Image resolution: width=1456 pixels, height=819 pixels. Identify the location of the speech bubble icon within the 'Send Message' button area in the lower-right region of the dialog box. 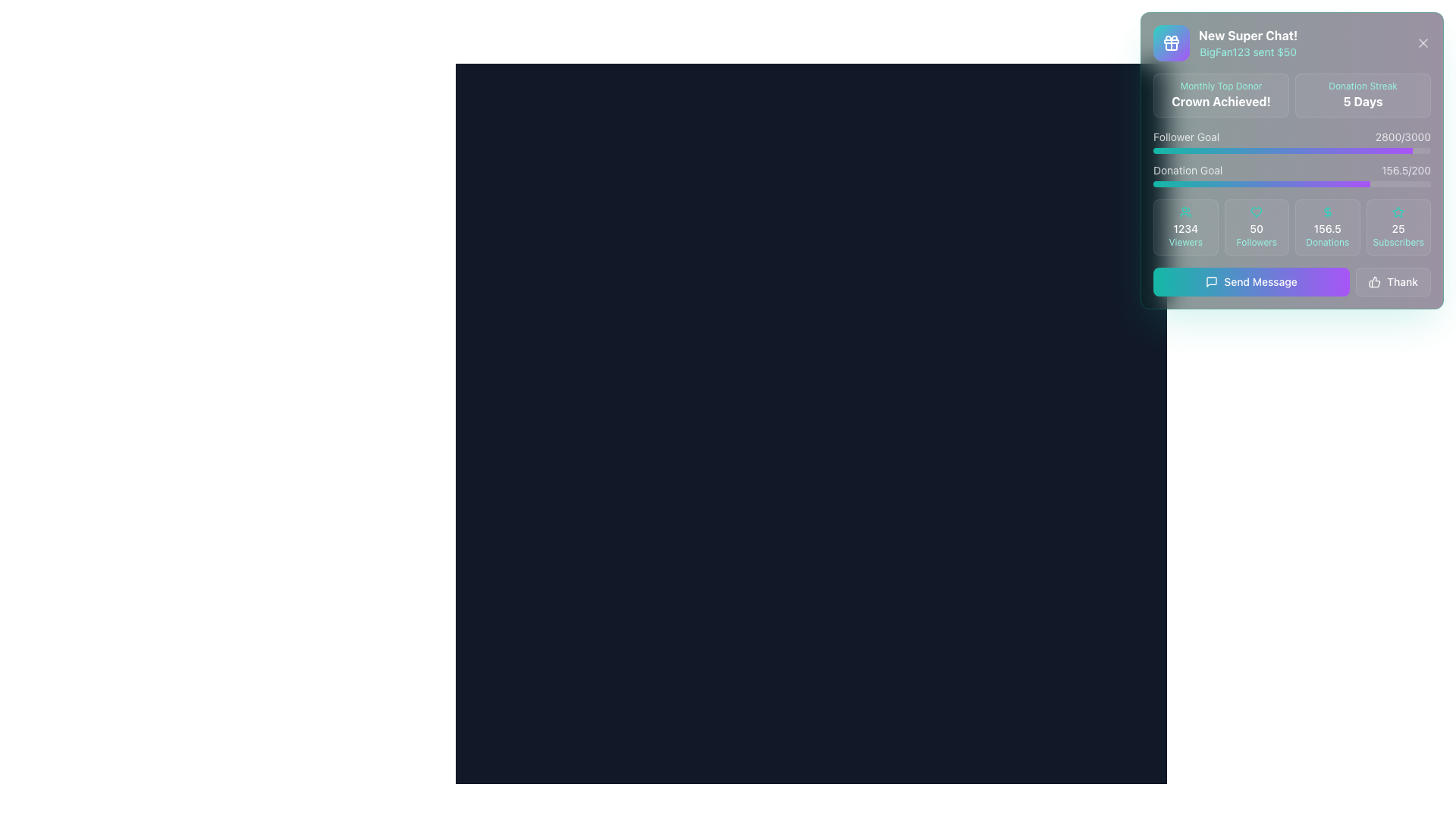
(1211, 281).